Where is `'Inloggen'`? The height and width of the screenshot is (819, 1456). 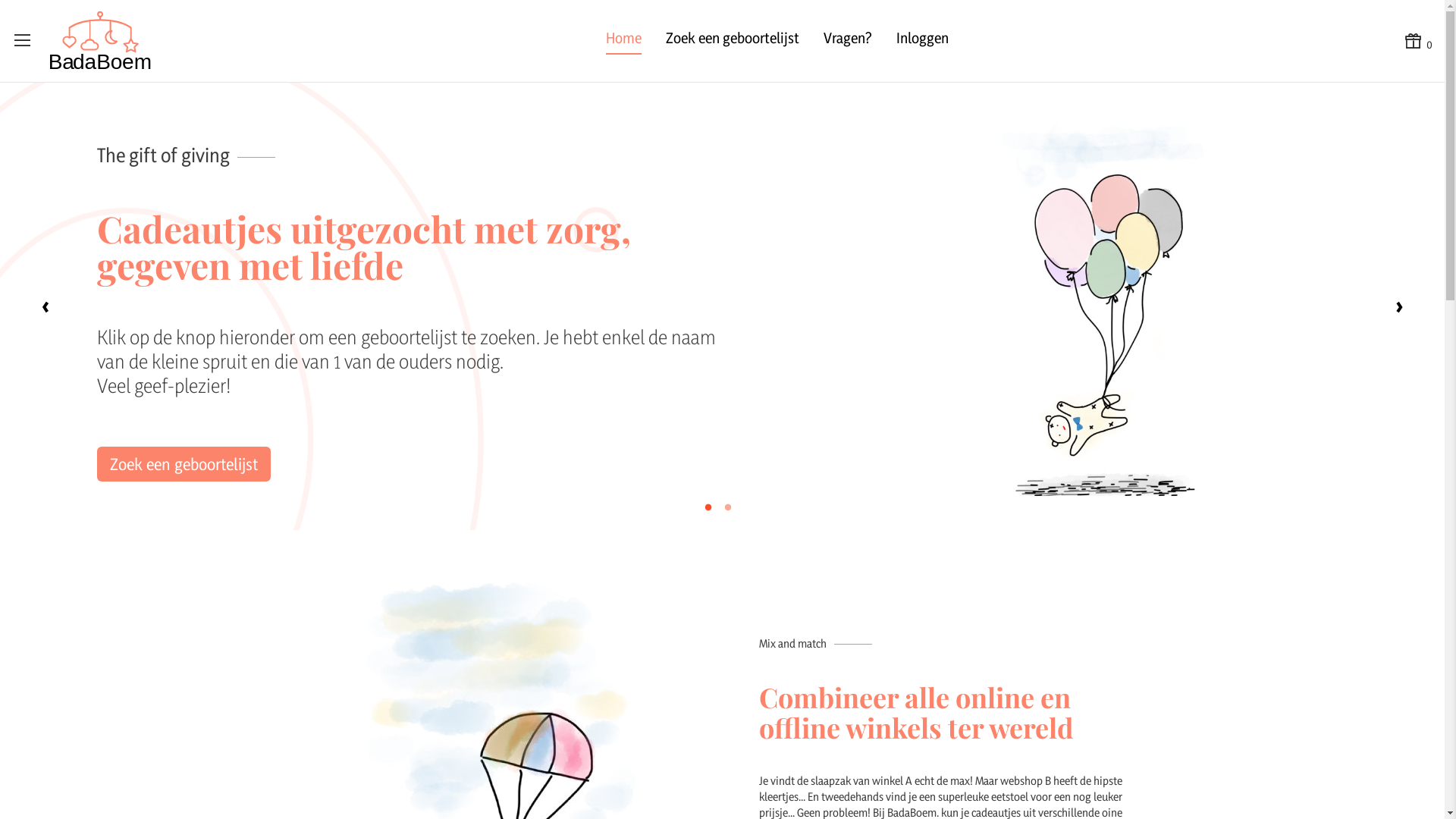
'Inloggen' is located at coordinates (921, 40).